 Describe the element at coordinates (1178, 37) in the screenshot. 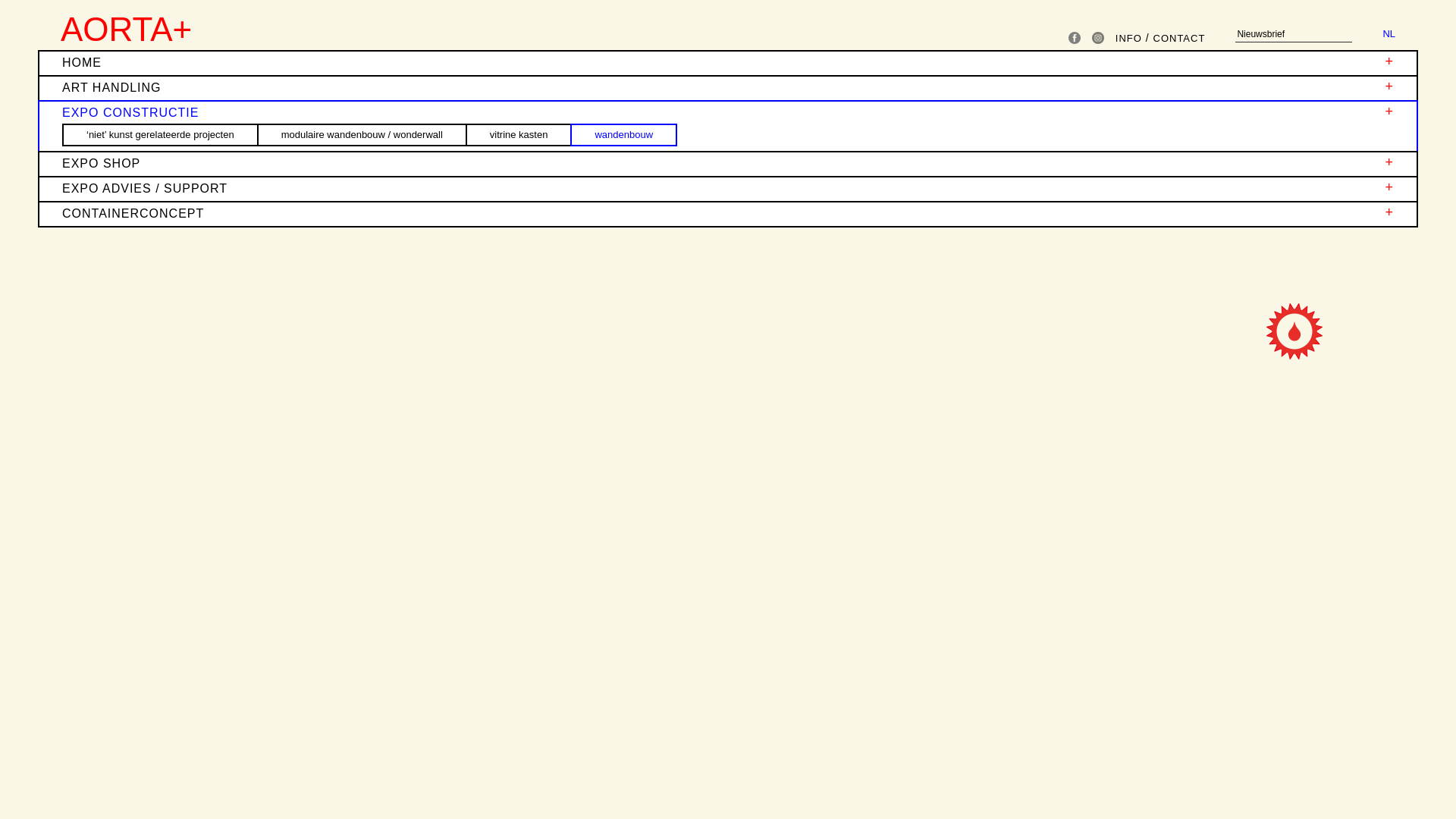

I see `'CONTACT'` at that location.